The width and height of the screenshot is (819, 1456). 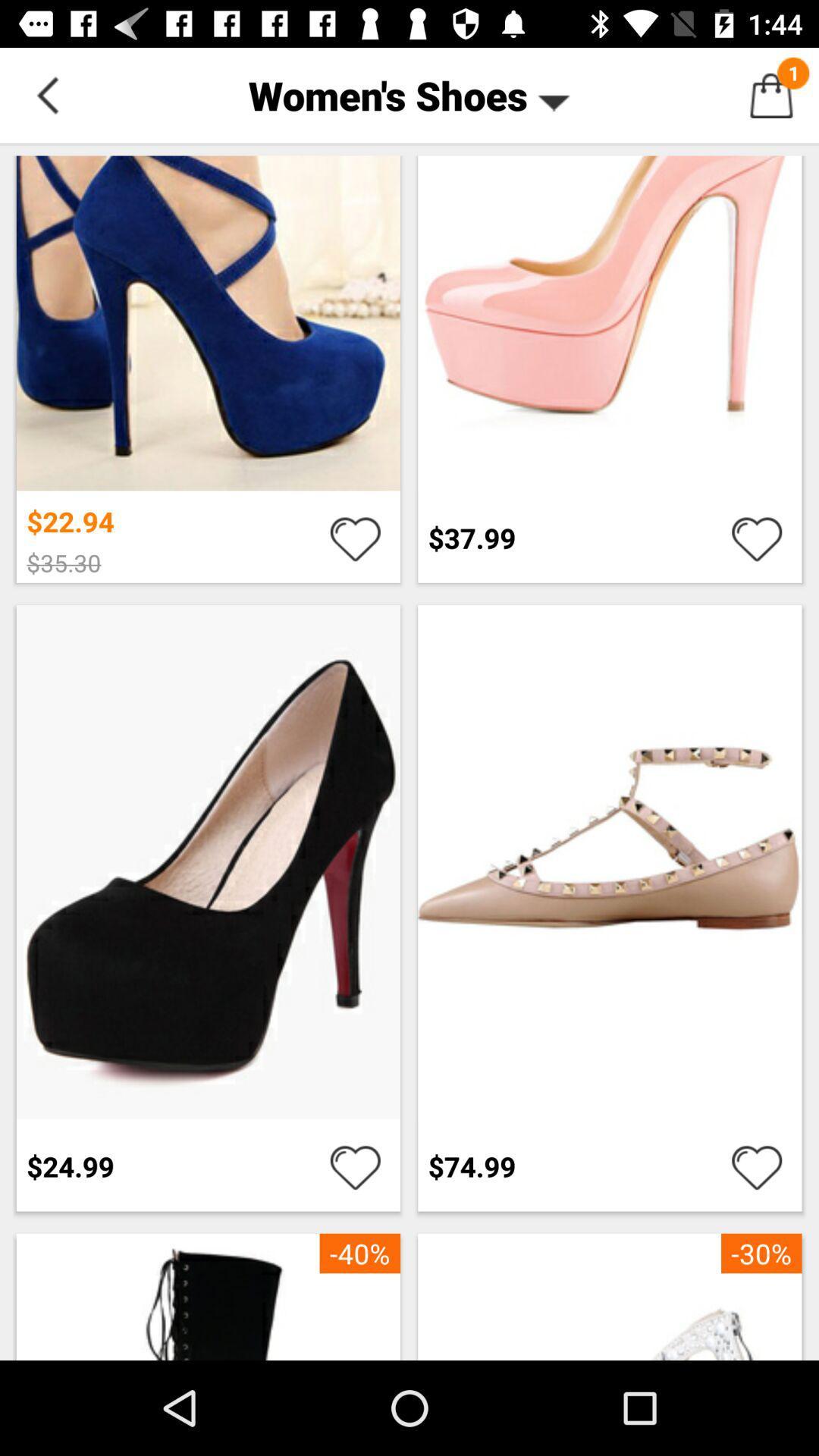 What do you see at coordinates (355, 1166) in the screenshot?
I see `like the product` at bounding box center [355, 1166].